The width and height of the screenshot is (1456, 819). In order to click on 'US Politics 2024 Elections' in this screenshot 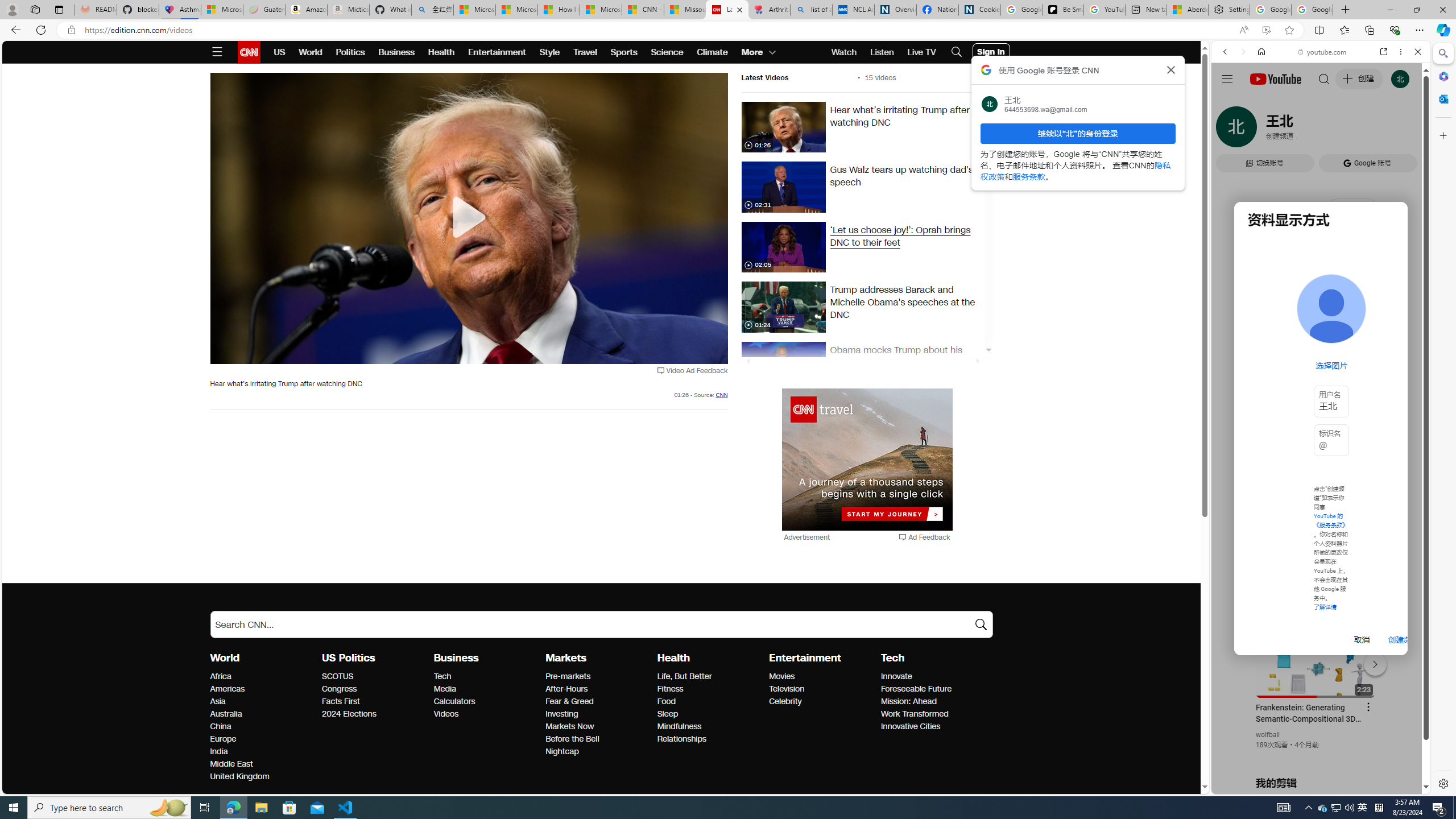, I will do `click(349, 713)`.